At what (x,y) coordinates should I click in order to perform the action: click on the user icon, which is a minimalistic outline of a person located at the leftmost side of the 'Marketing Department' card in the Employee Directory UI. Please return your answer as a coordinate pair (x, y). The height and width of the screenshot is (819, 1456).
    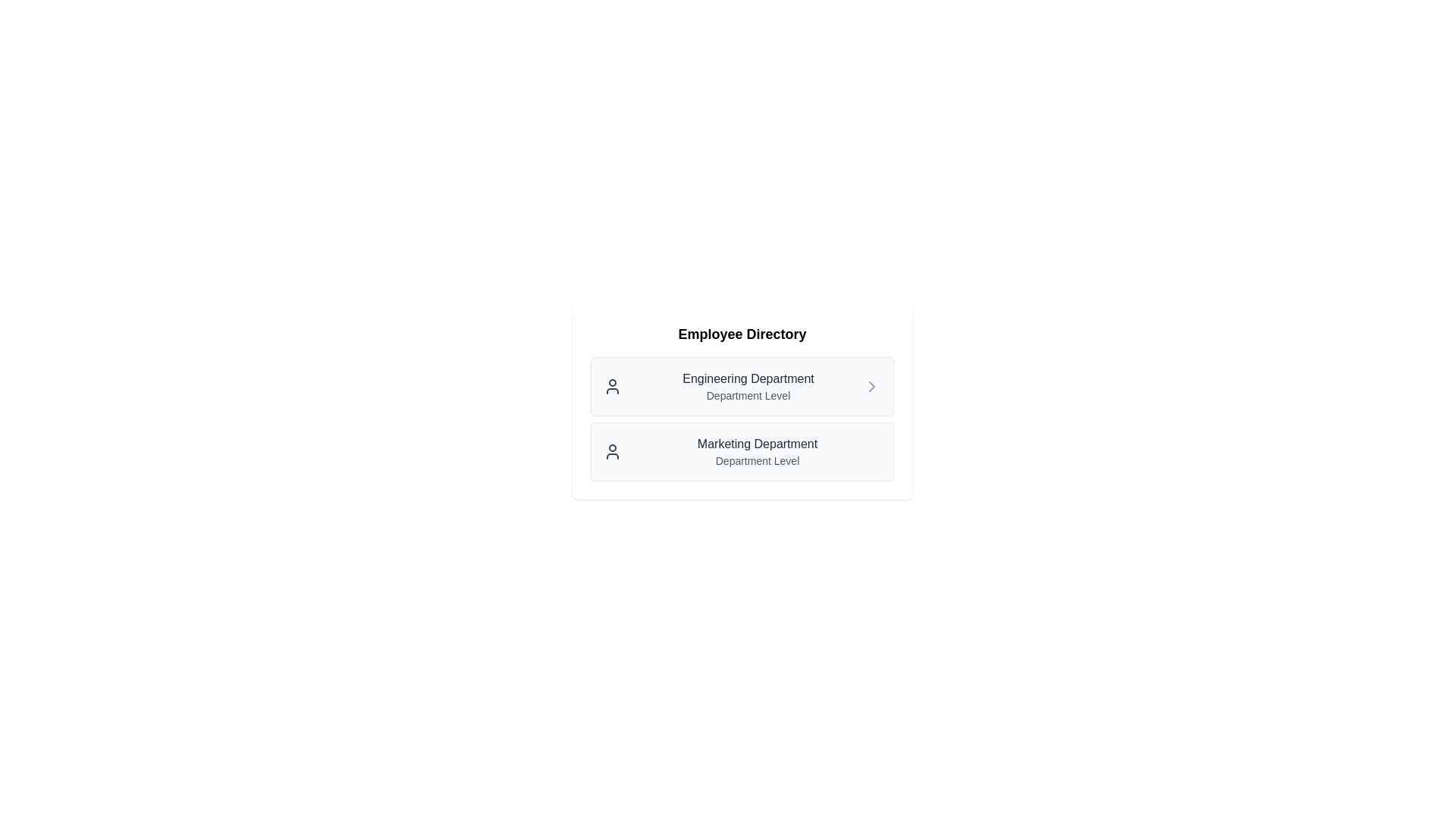
    Looking at the image, I should click on (612, 451).